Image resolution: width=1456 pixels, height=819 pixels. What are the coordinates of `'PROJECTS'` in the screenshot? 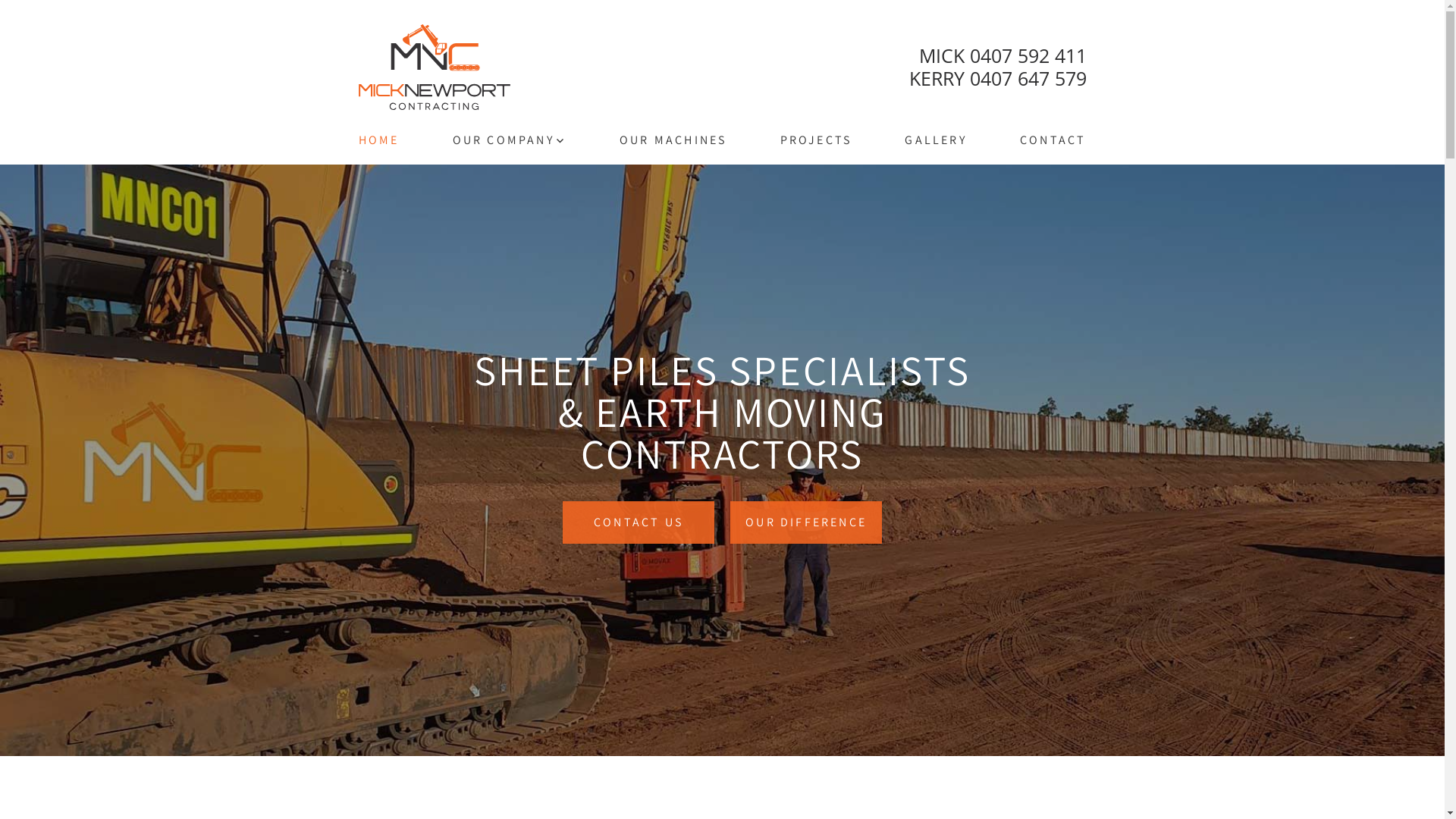 It's located at (815, 140).